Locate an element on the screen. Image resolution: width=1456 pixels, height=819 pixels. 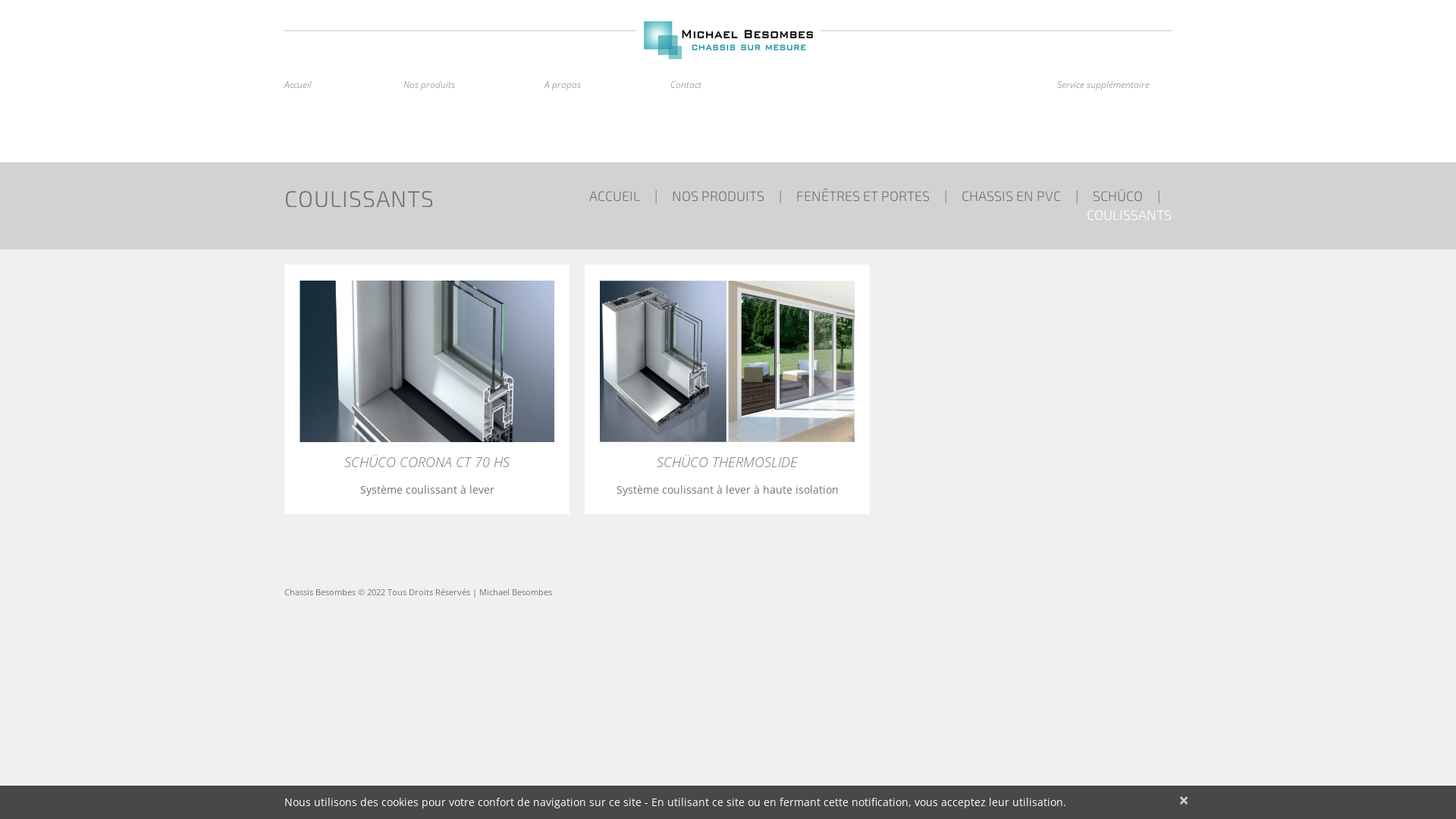
'ACCUEIL' is located at coordinates (614, 195).